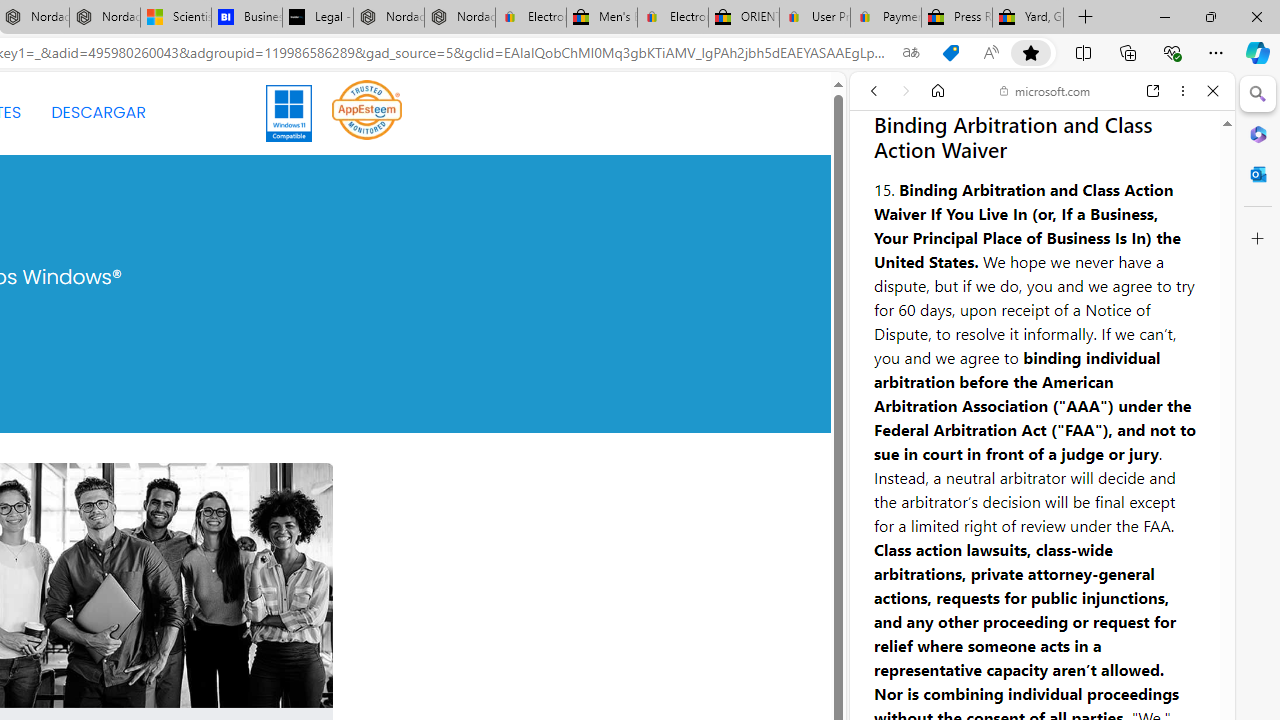 The image size is (1280, 720). Describe the element at coordinates (97, 113) in the screenshot. I see `'DESCARGAR'` at that location.